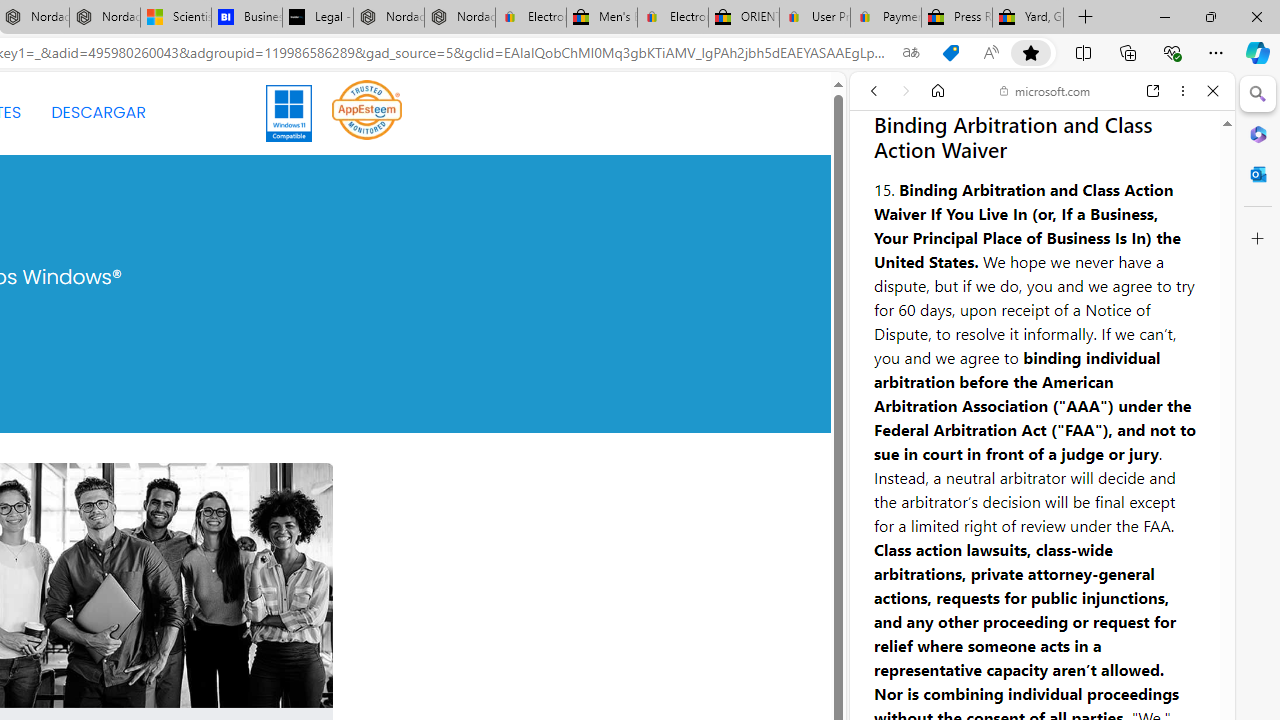 The image size is (1280, 720). Describe the element at coordinates (97, 113) in the screenshot. I see `'DESCARGAR'` at that location.